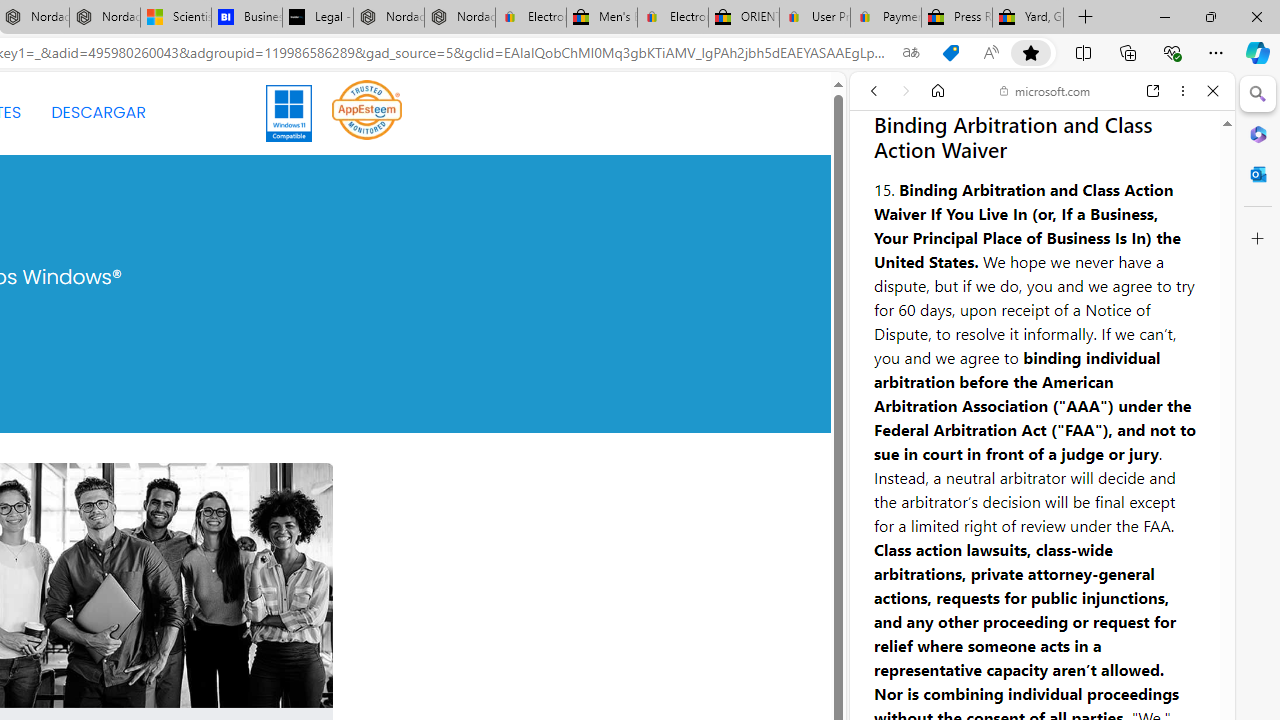 The image size is (1280, 720). Describe the element at coordinates (97, 113) in the screenshot. I see `'DESCARGAR'` at that location.